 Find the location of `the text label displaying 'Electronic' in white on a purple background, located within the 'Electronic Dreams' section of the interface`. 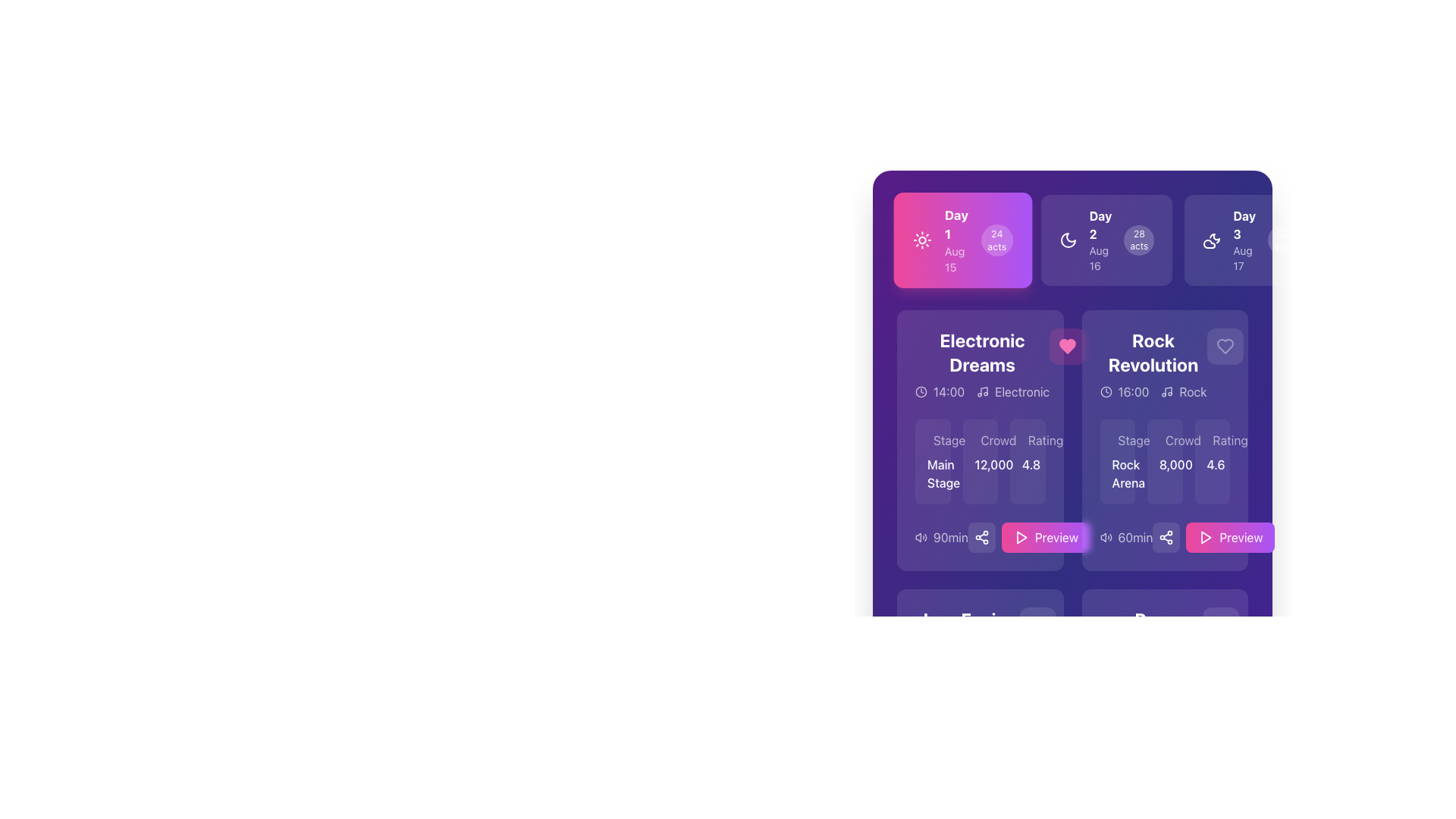

the text label displaying 'Electronic' in white on a purple background, located within the 'Electronic Dreams' section of the interface is located at coordinates (1022, 391).